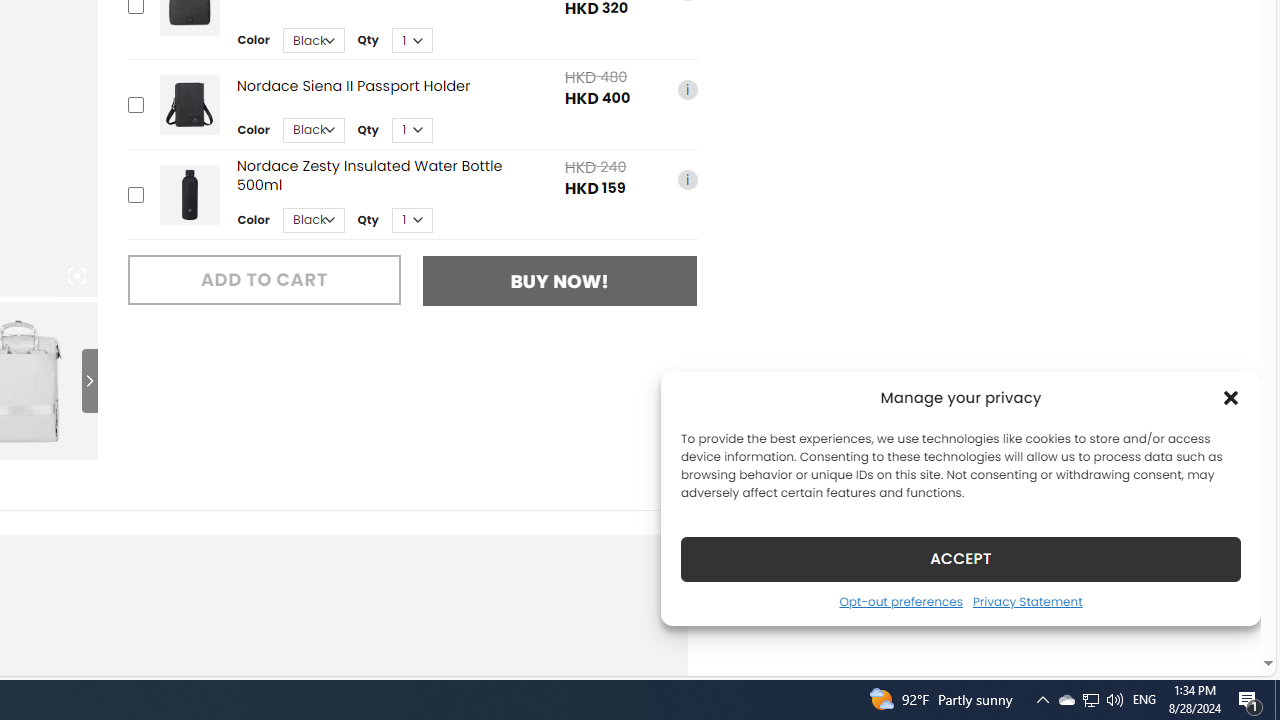 This screenshot has width=1280, height=720. I want to click on 'ACCEPT', so click(961, 558).